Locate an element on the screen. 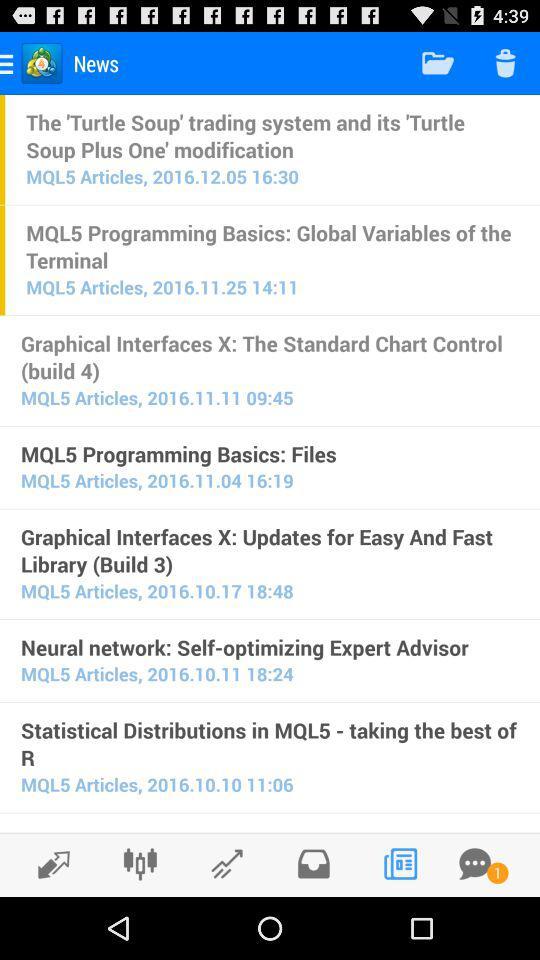 The image size is (540, 960). the icon below the mql5 articles 2016 icon is located at coordinates (270, 646).